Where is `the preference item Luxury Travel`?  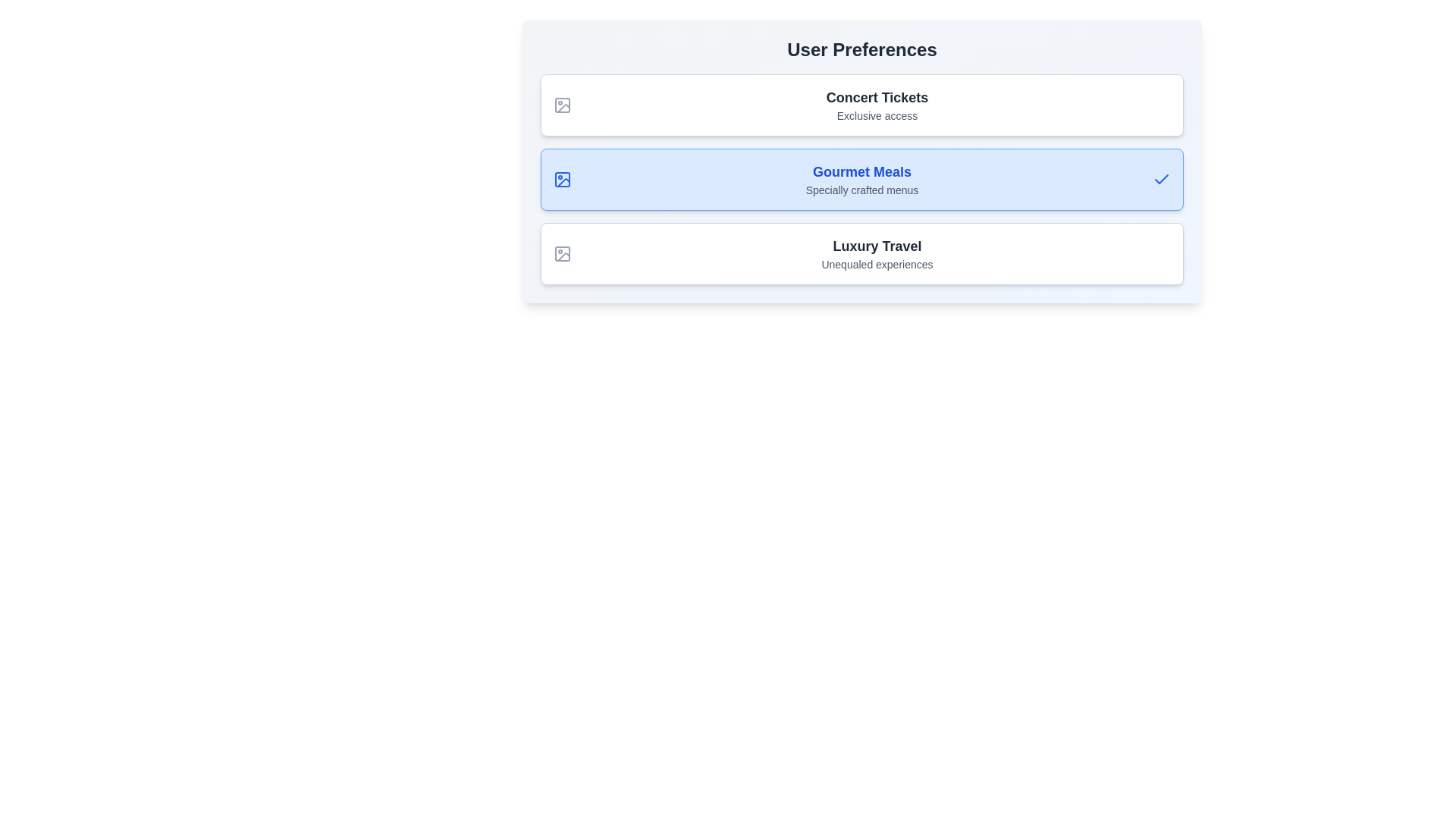
the preference item Luxury Travel is located at coordinates (862, 253).